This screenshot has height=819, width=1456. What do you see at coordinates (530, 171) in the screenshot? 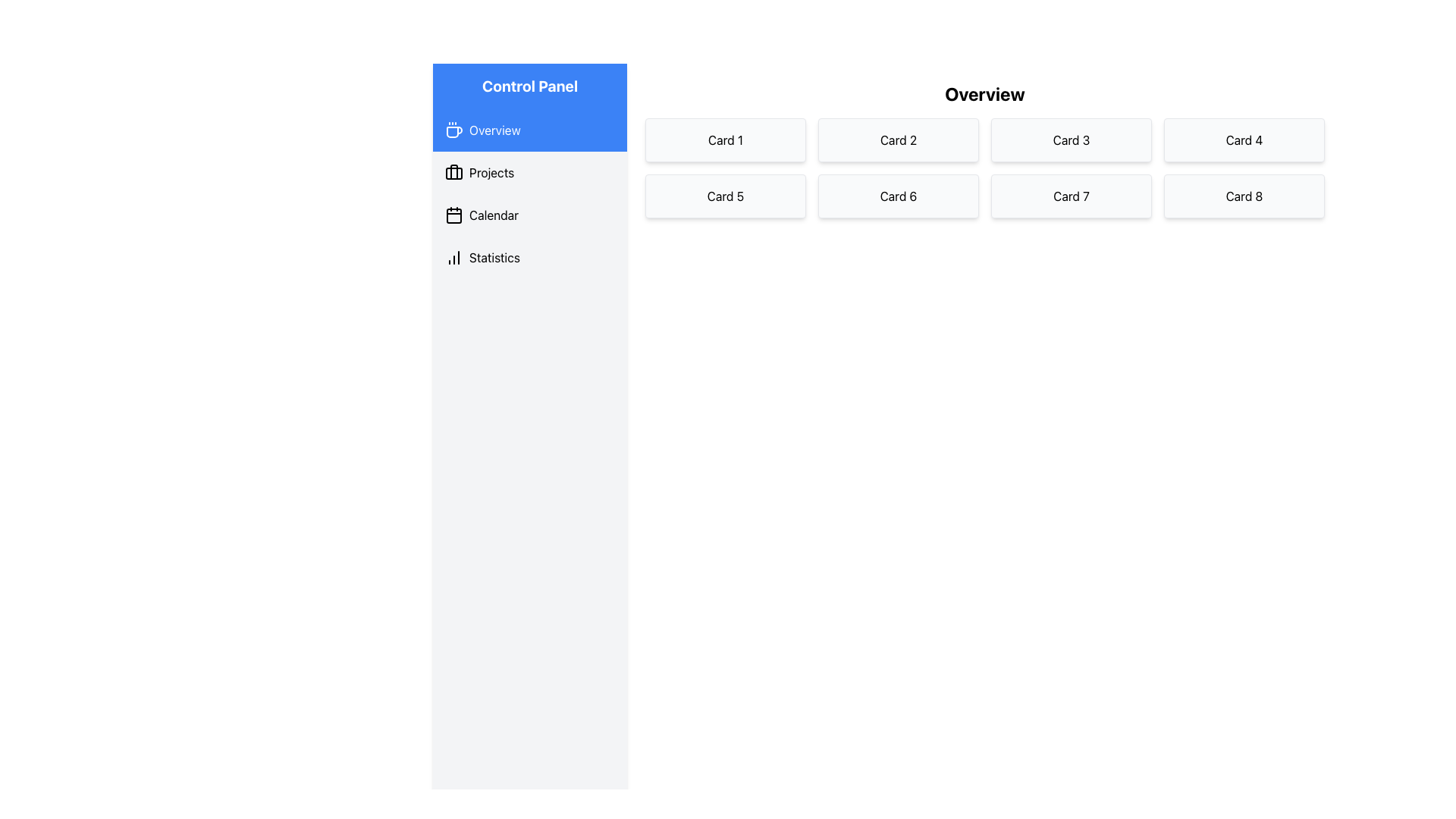
I see `the 'Projects' navigation menu item` at bounding box center [530, 171].